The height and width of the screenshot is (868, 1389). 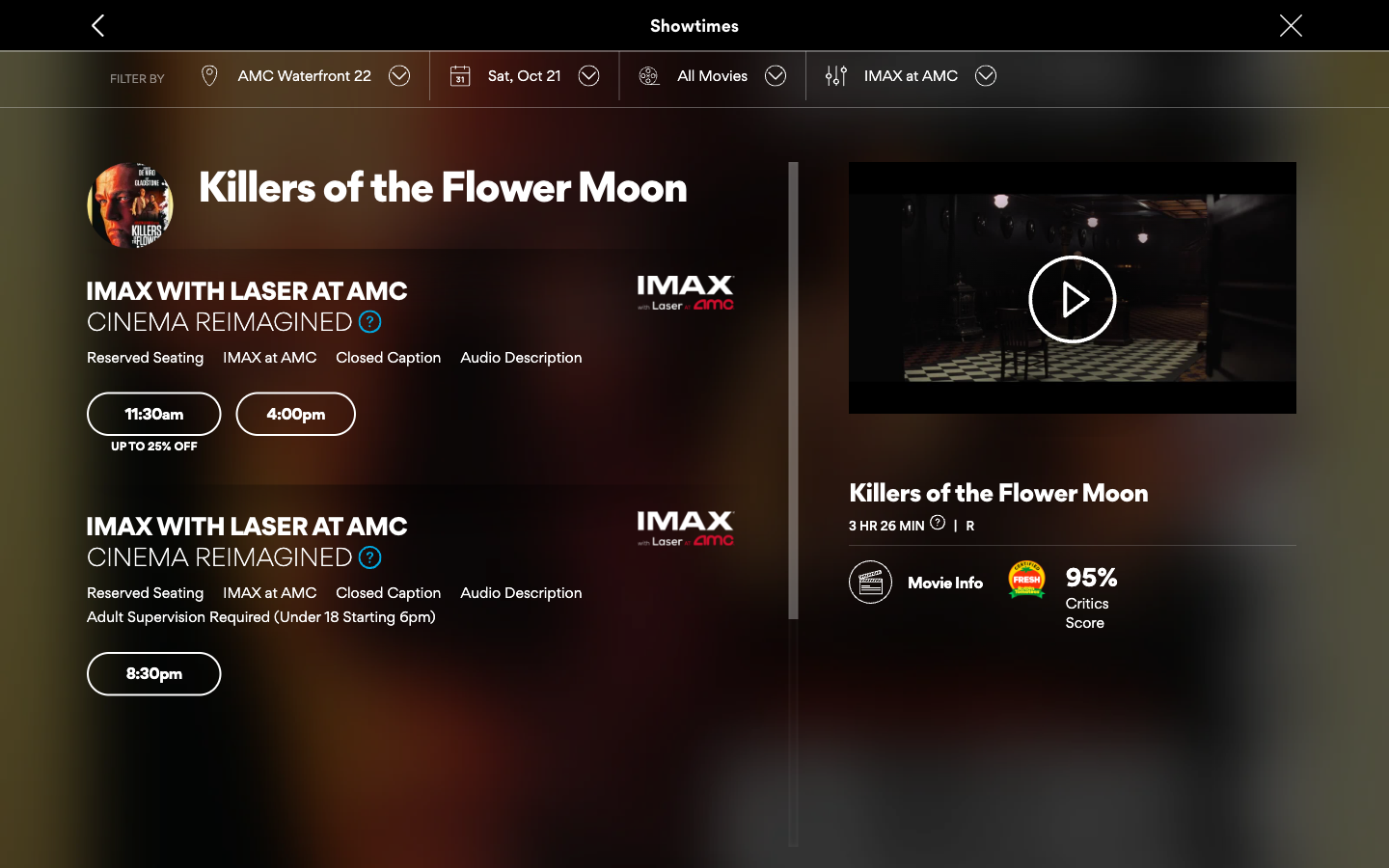 I want to click on Explore the details of the movie and then backtrack, so click(x=915, y=576).